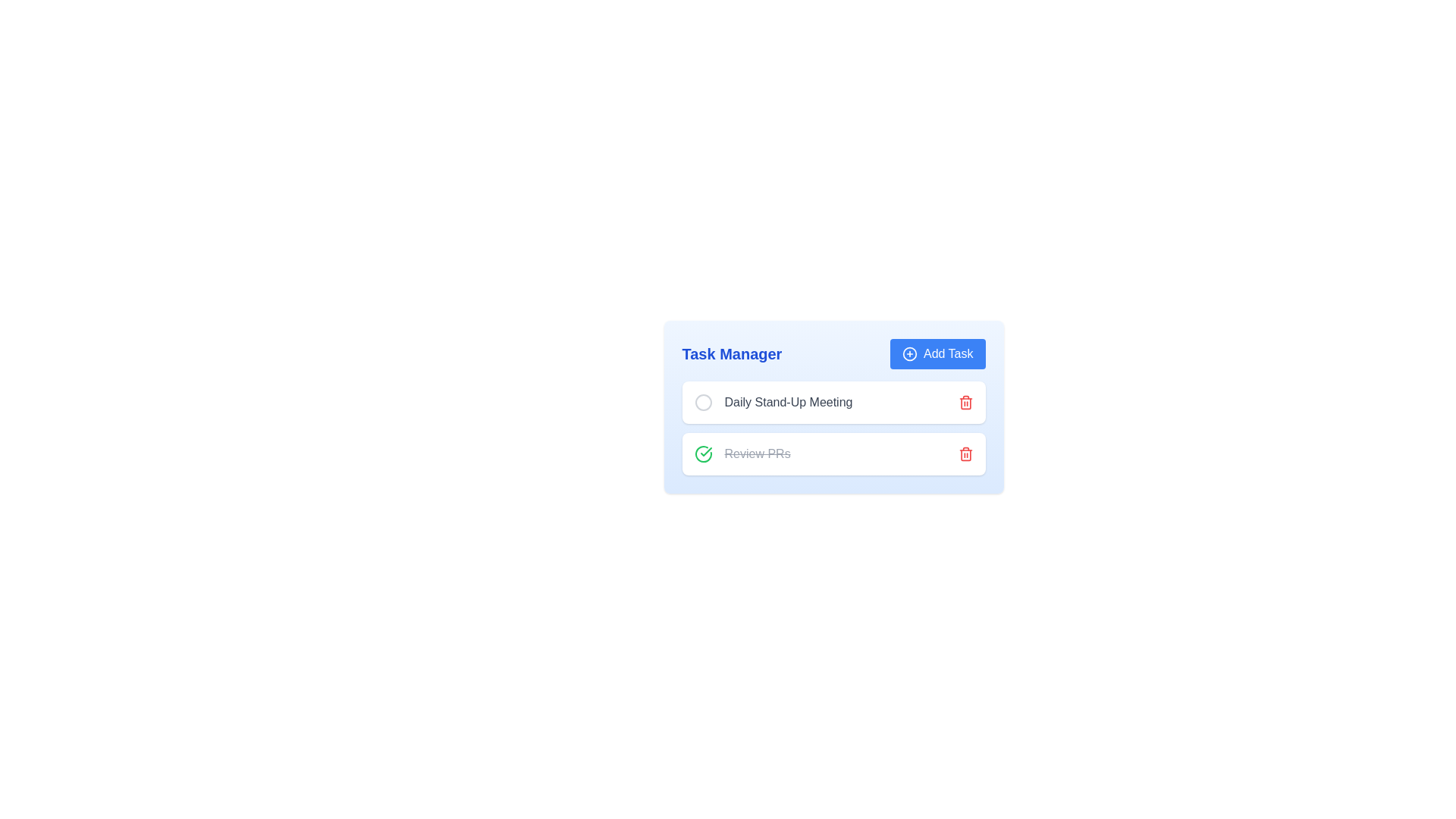  Describe the element at coordinates (702, 453) in the screenshot. I see `the green circular graphic icon with a checkmark that indicates a completed status, located in the task bar under the 'Task Manager' title, next to the 'Review PRs' task` at that location.